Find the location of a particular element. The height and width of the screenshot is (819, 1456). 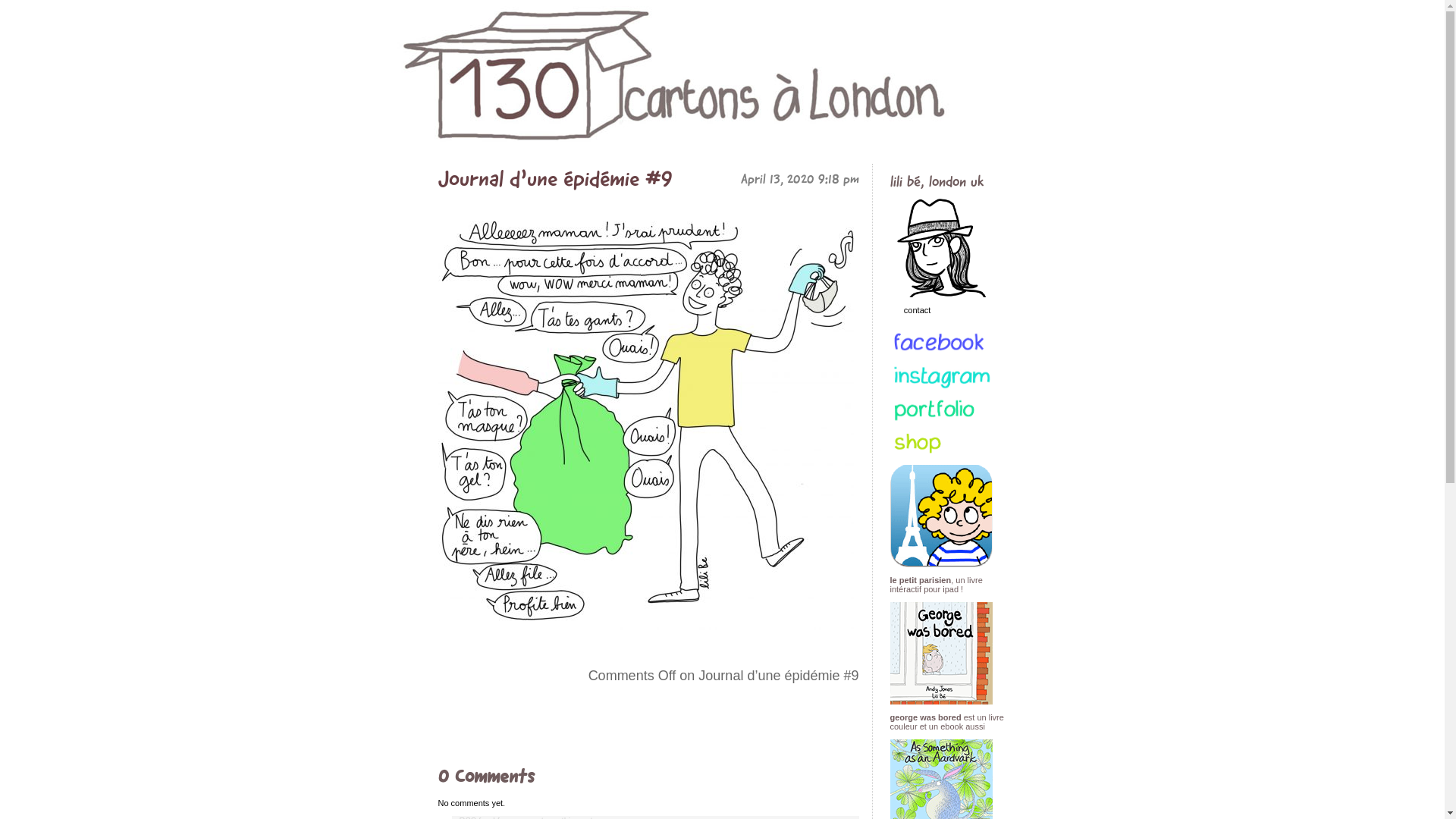

'      contact' is located at coordinates (948, 345).